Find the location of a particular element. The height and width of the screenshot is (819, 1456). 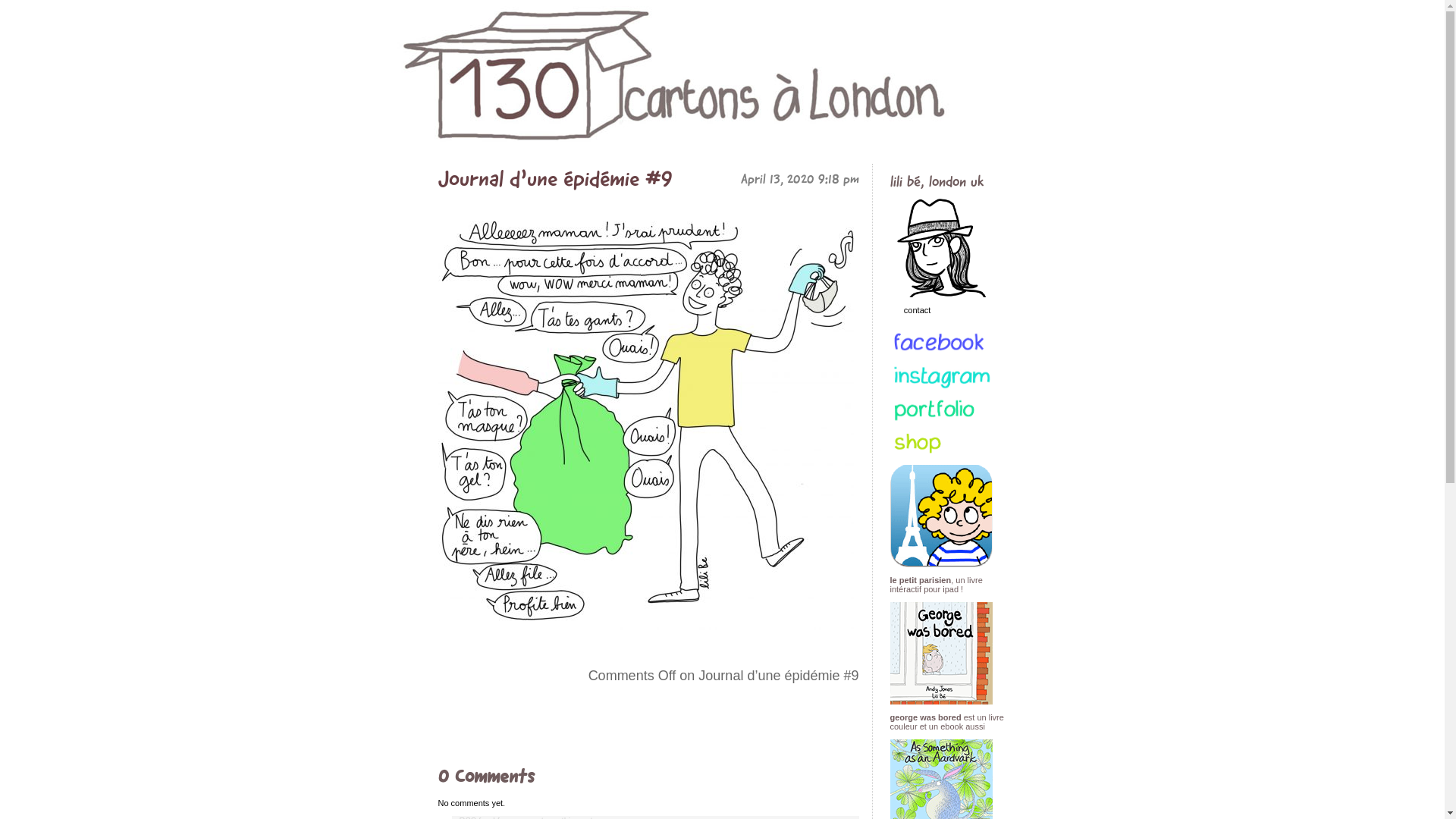

'      contact' is located at coordinates (948, 345).